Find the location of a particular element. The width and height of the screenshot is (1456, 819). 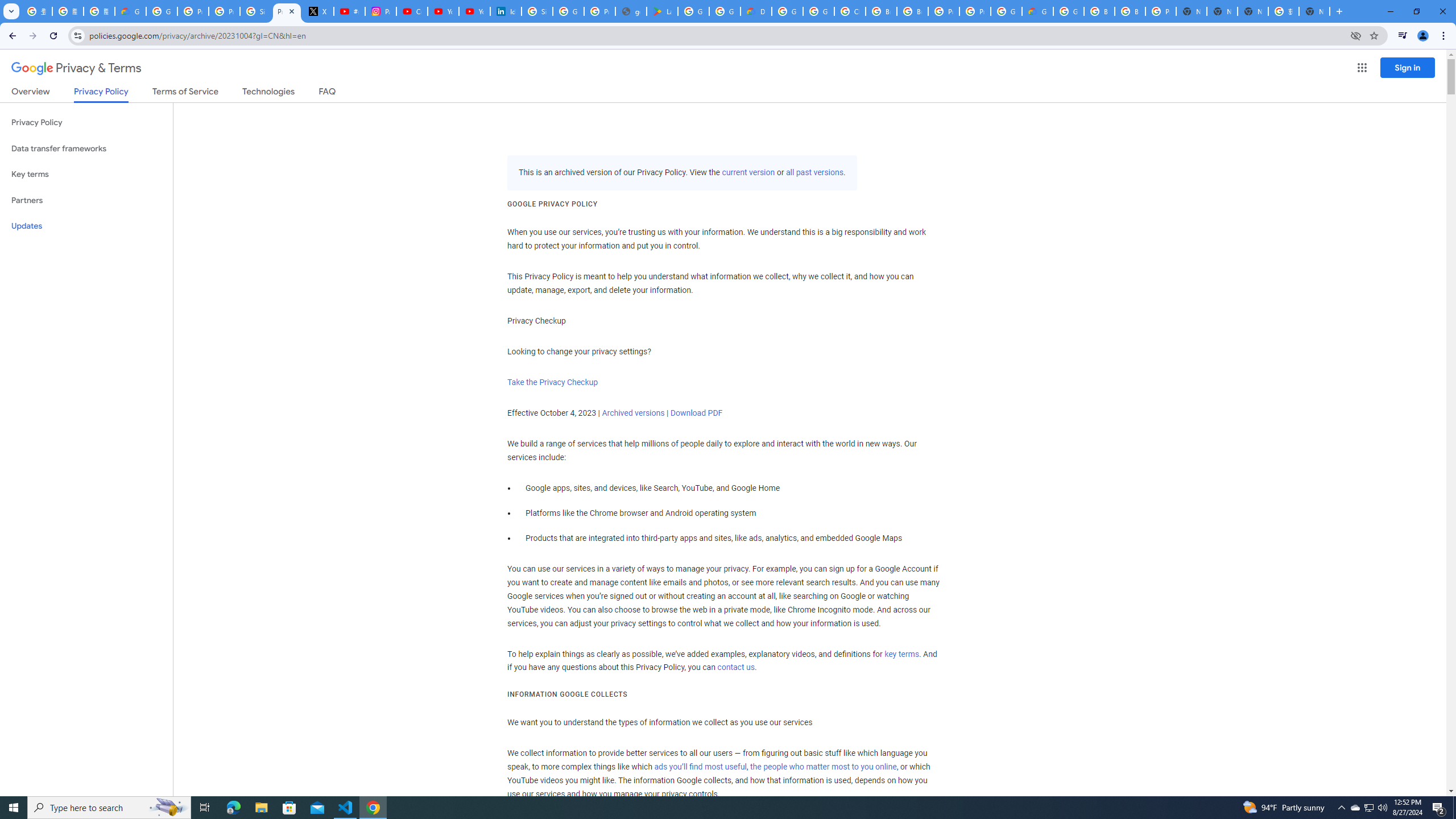

'key terms' is located at coordinates (900, 653).